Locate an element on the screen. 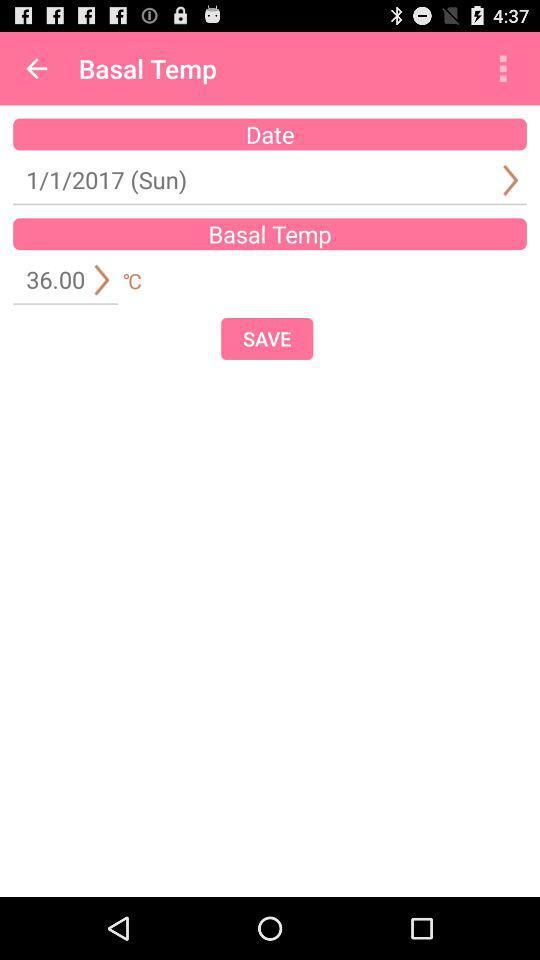  app next to basal temp icon is located at coordinates (502, 68).